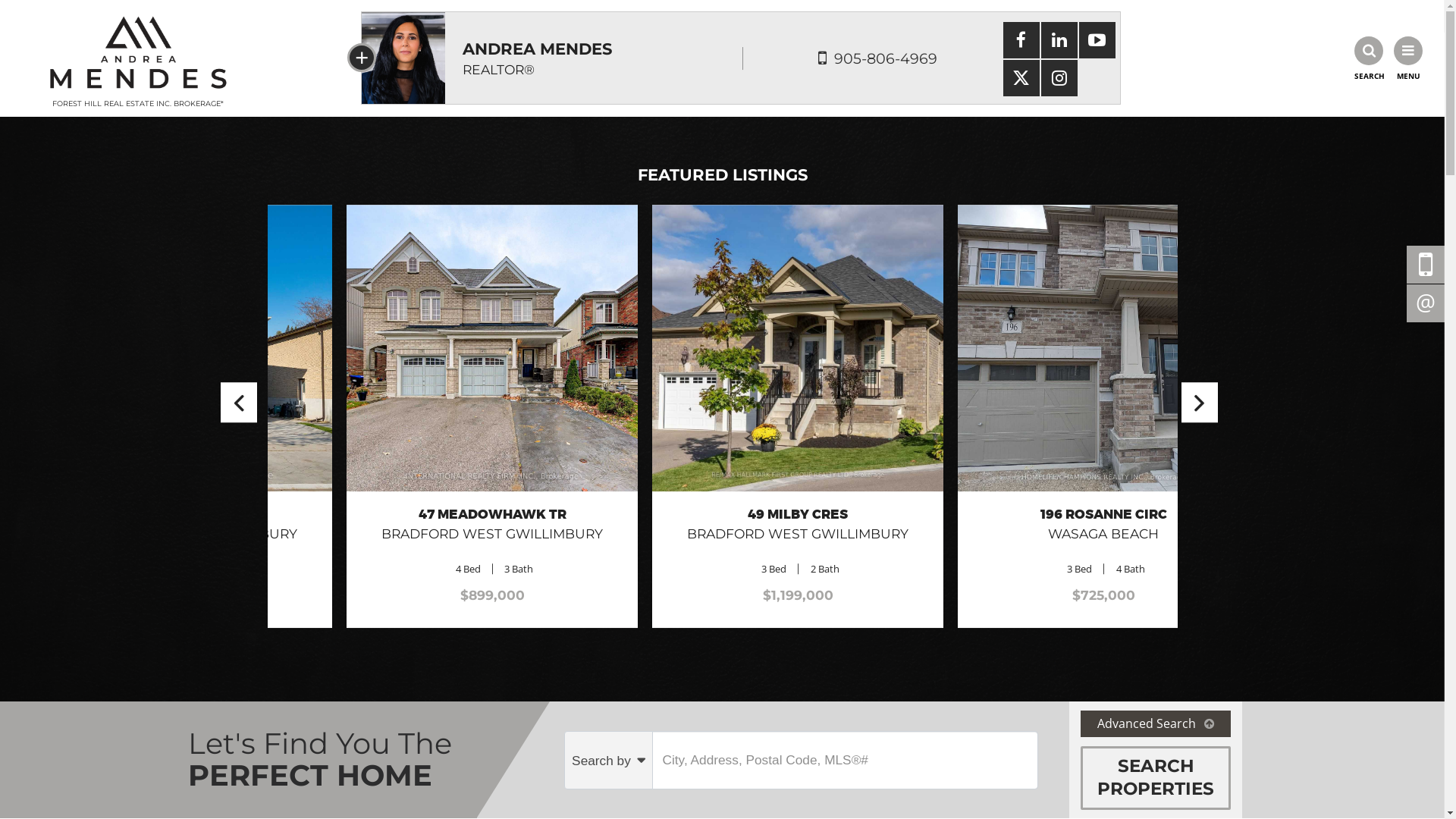 This screenshot has height=819, width=1456. I want to click on 'FOREST HILL REAL ESTATE INC. BROKERAGE*', so click(138, 58).